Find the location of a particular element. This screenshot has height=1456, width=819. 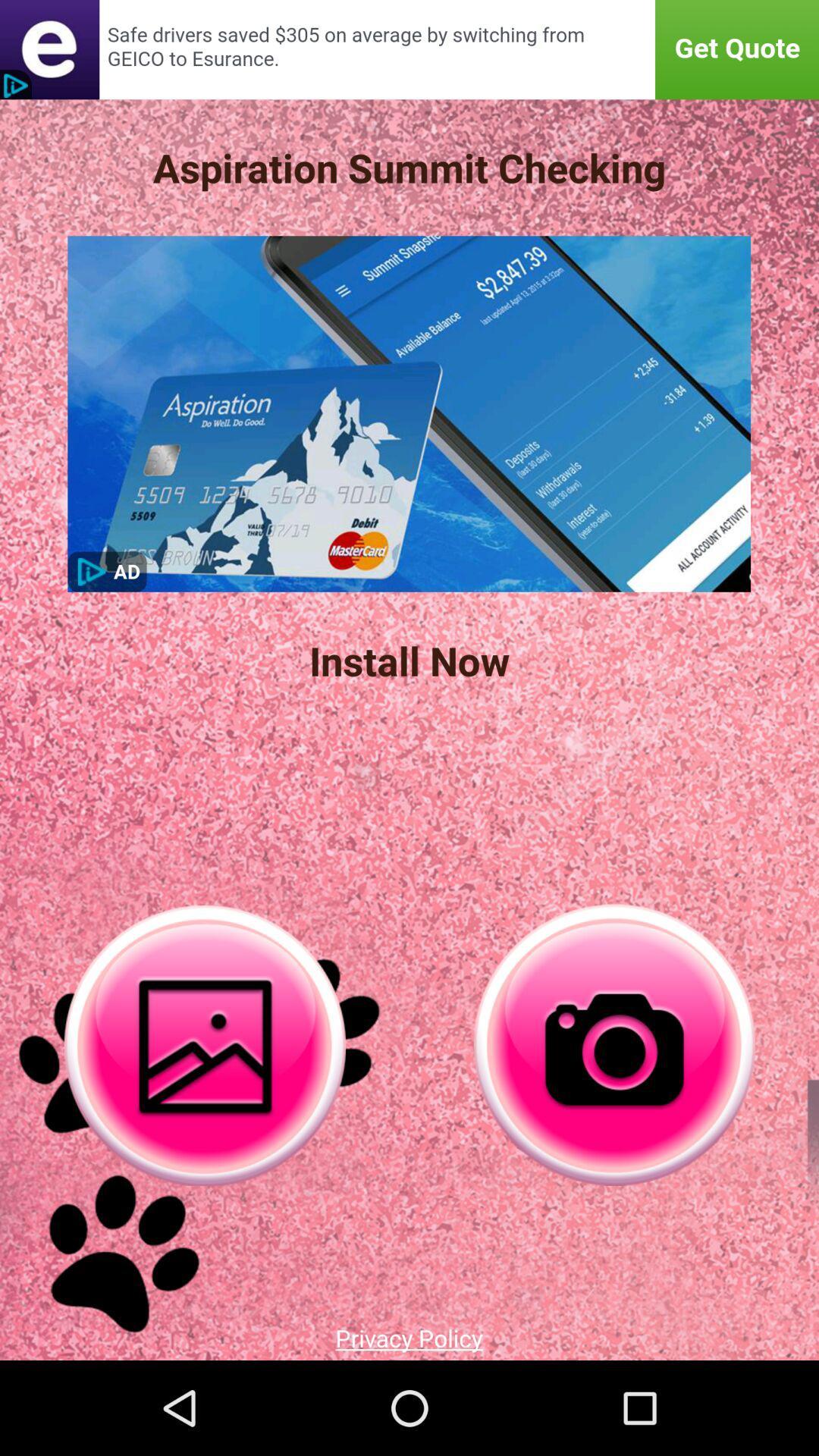

camera is located at coordinates (614, 1044).